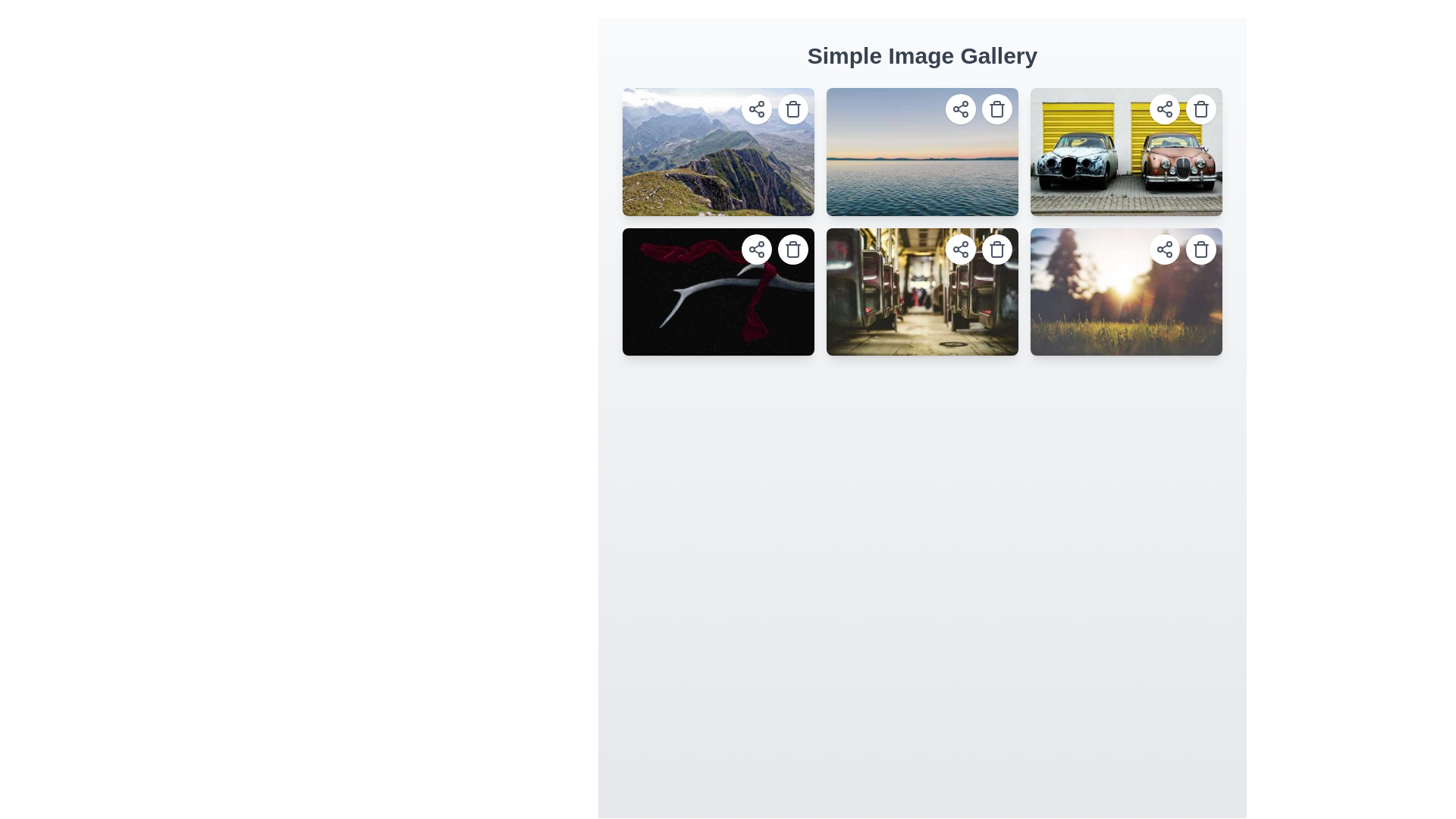  Describe the element at coordinates (1164, 108) in the screenshot. I see `the share button located in the top-right corner of the image card displaying two classic cars` at that location.